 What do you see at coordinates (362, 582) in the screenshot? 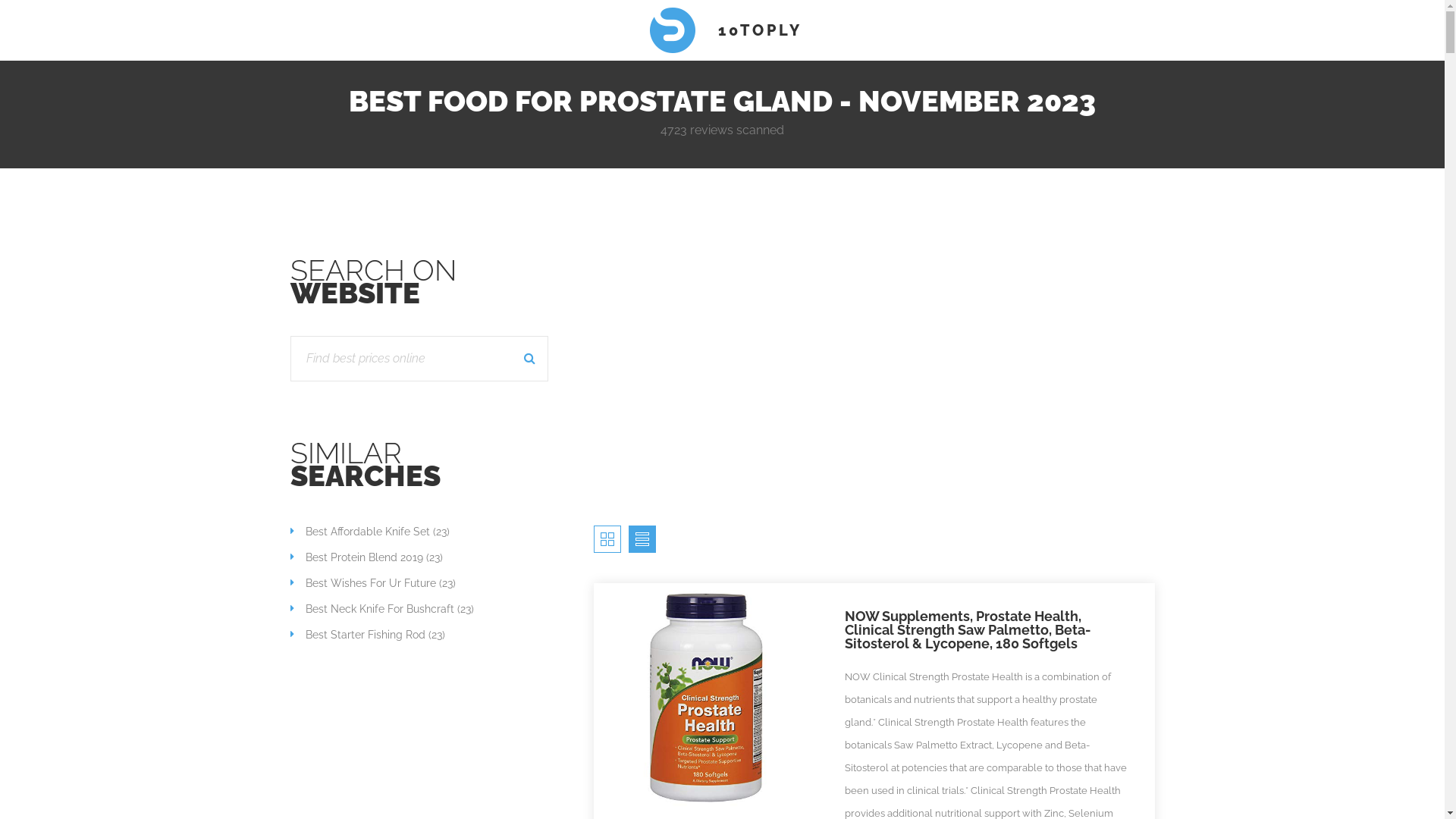
I see `'Best Wishes For Ur Future'` at bounding box center [362, 582].